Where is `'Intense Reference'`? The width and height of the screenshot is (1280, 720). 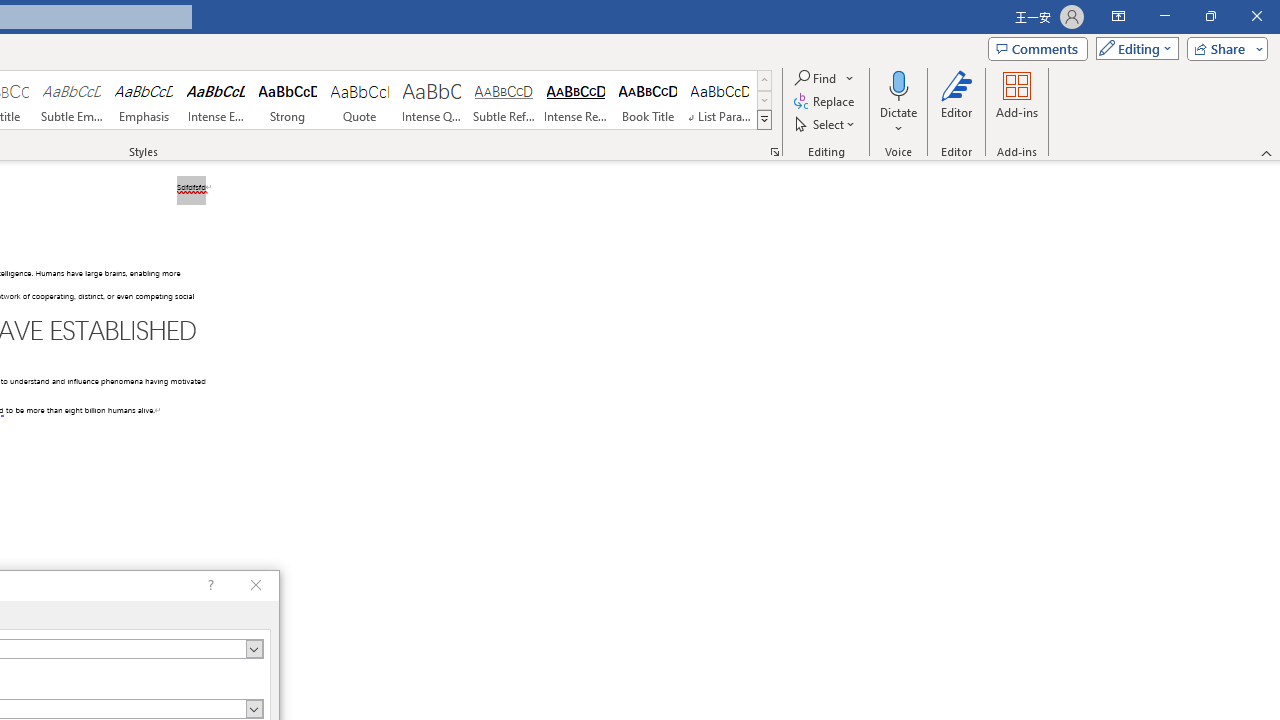 'Intense Reference' is located at coordinates (575, 100).